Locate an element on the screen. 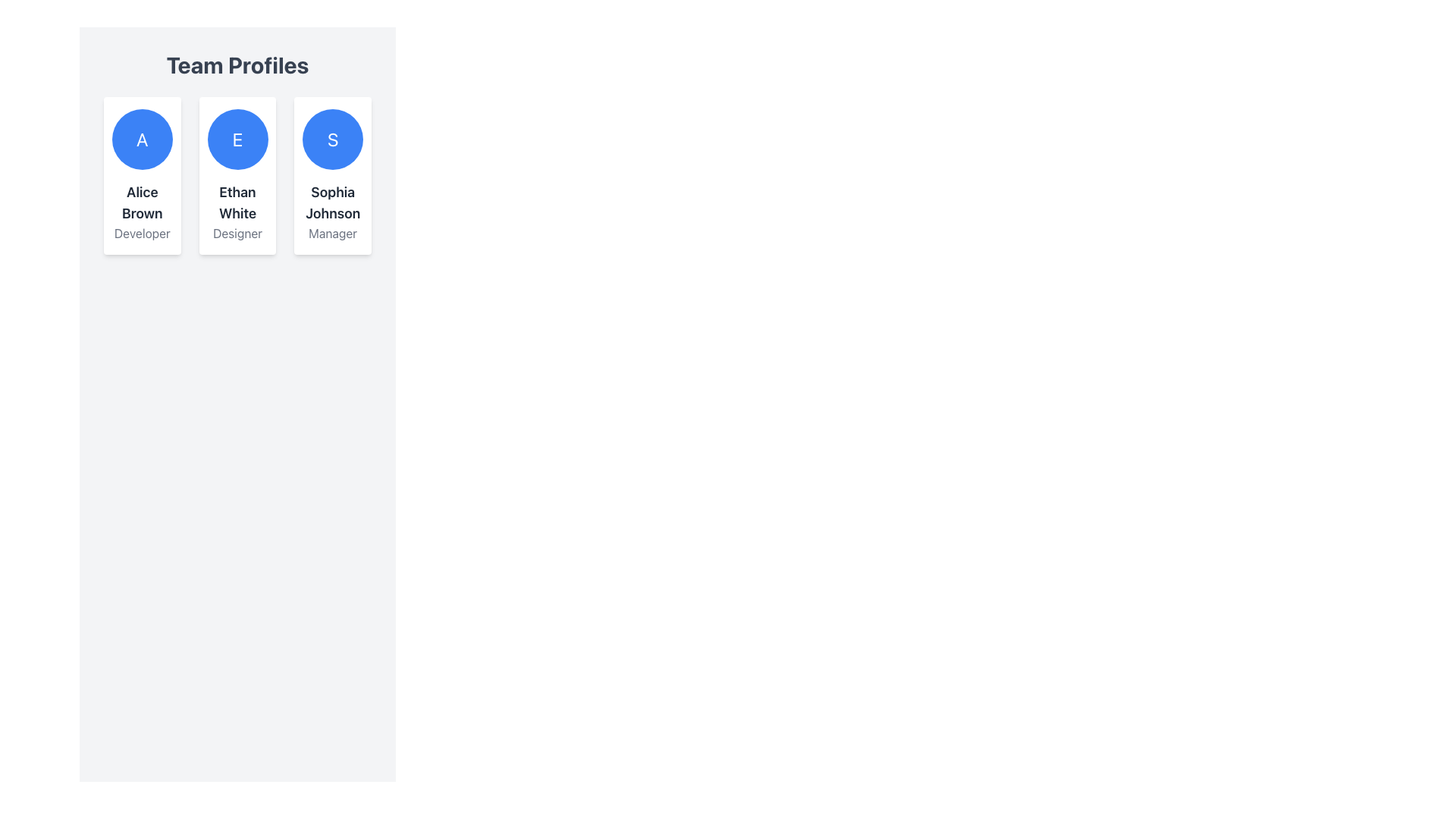  the static text label indicating the role or title of 'Sophia Johnson' located at the bottom of her profile card in the 'Team Profiles' section is located at coordinates (332, 234).